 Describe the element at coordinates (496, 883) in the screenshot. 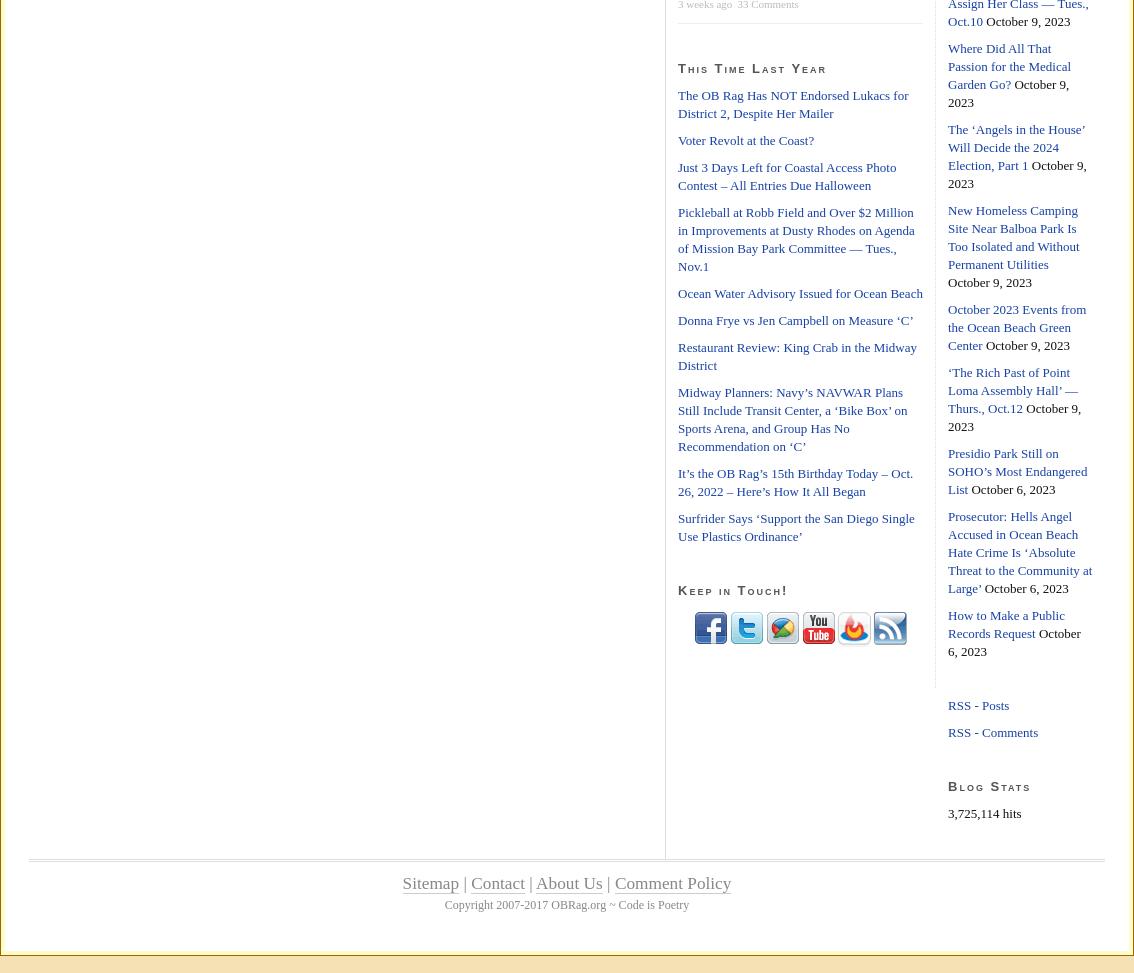

I see `'Contact'` at that location.